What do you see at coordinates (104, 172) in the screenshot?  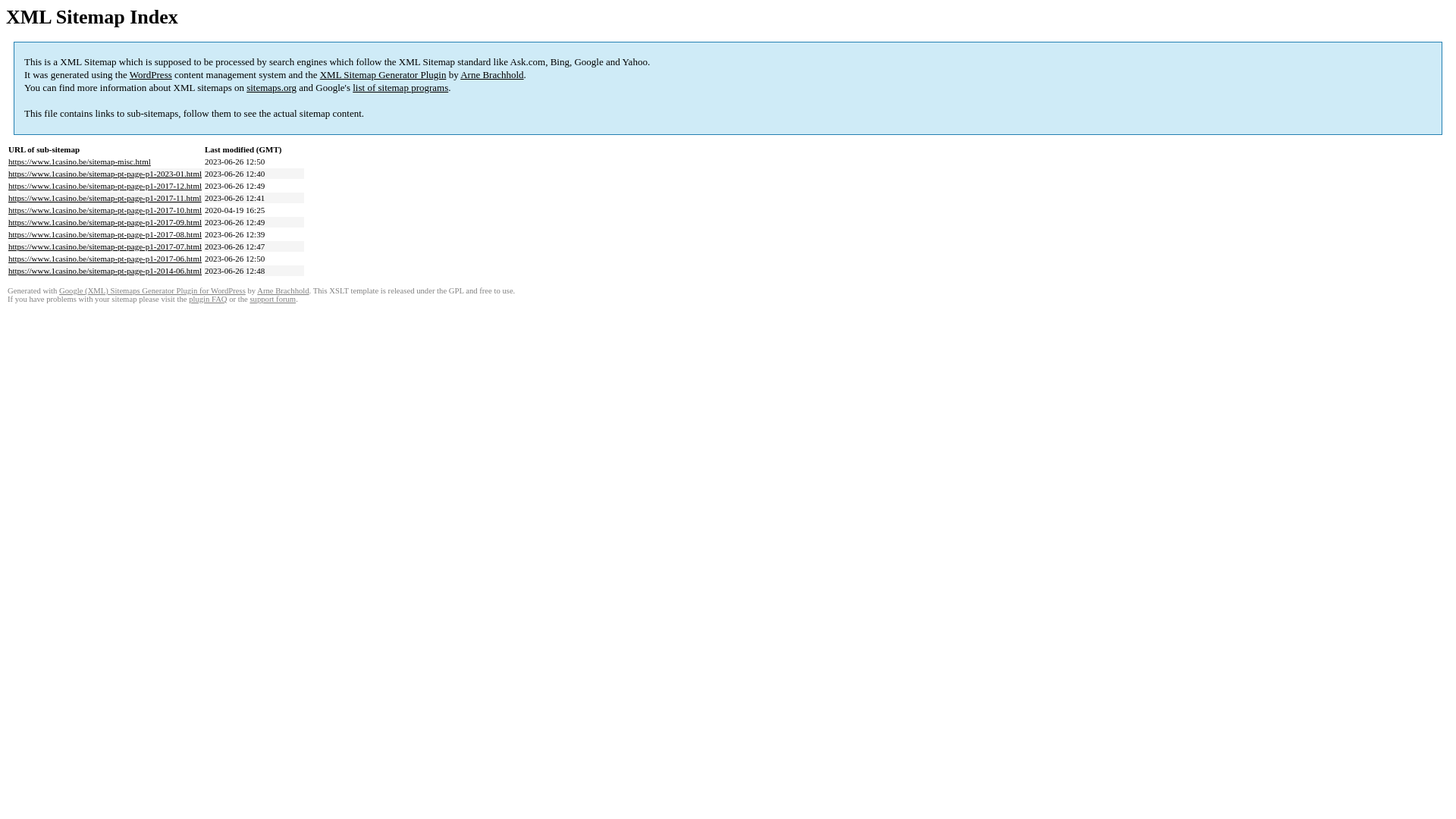 I see `'https://www.1casino.be/sitemap-pt-page-p1-2023-01.html'` at bounding box center [104, 172].